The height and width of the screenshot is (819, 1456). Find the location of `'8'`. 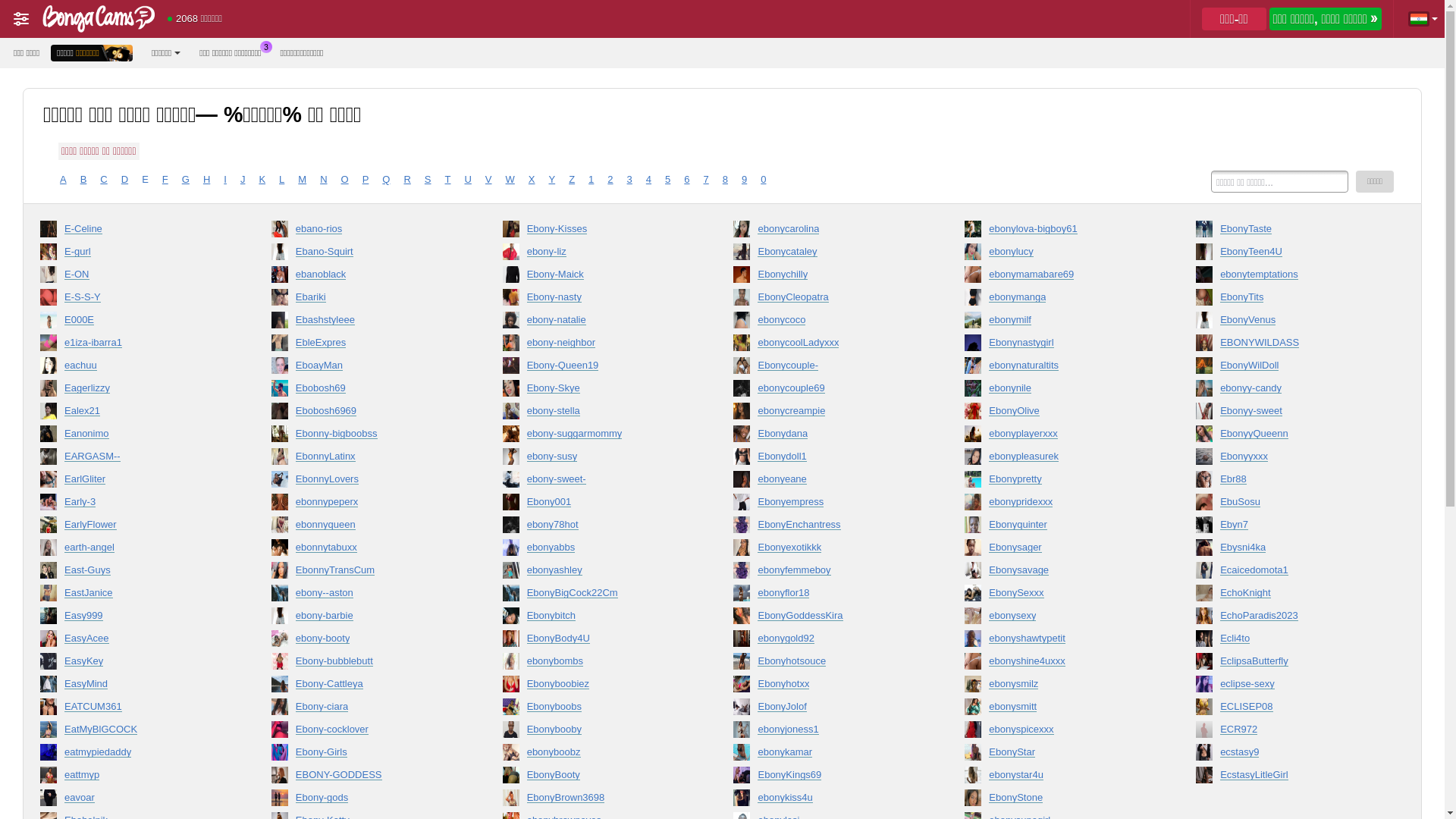

'8' is located at coordinates (724, 178).